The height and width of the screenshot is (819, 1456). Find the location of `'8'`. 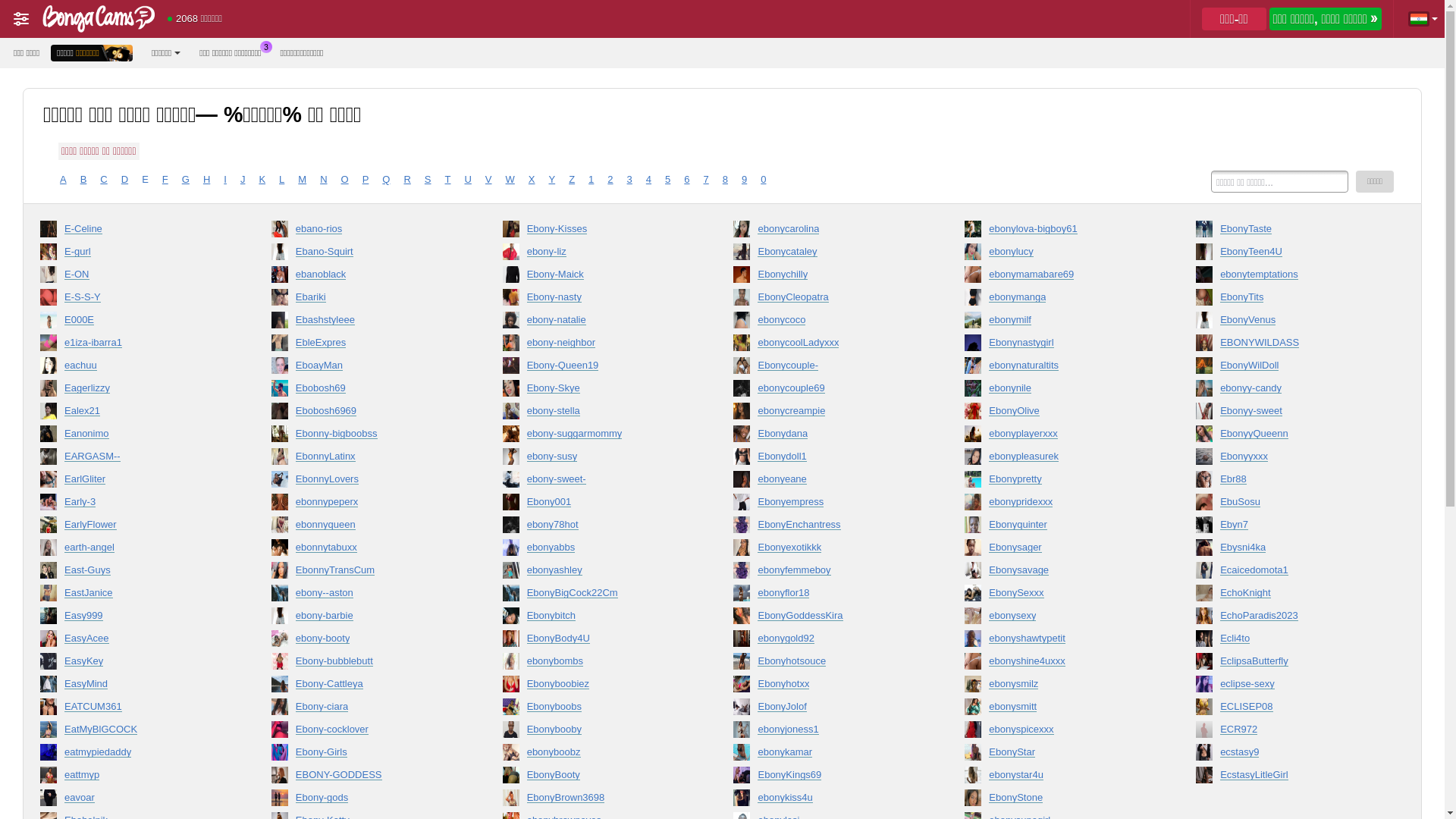

'8' is located at coordinates (724, 178).